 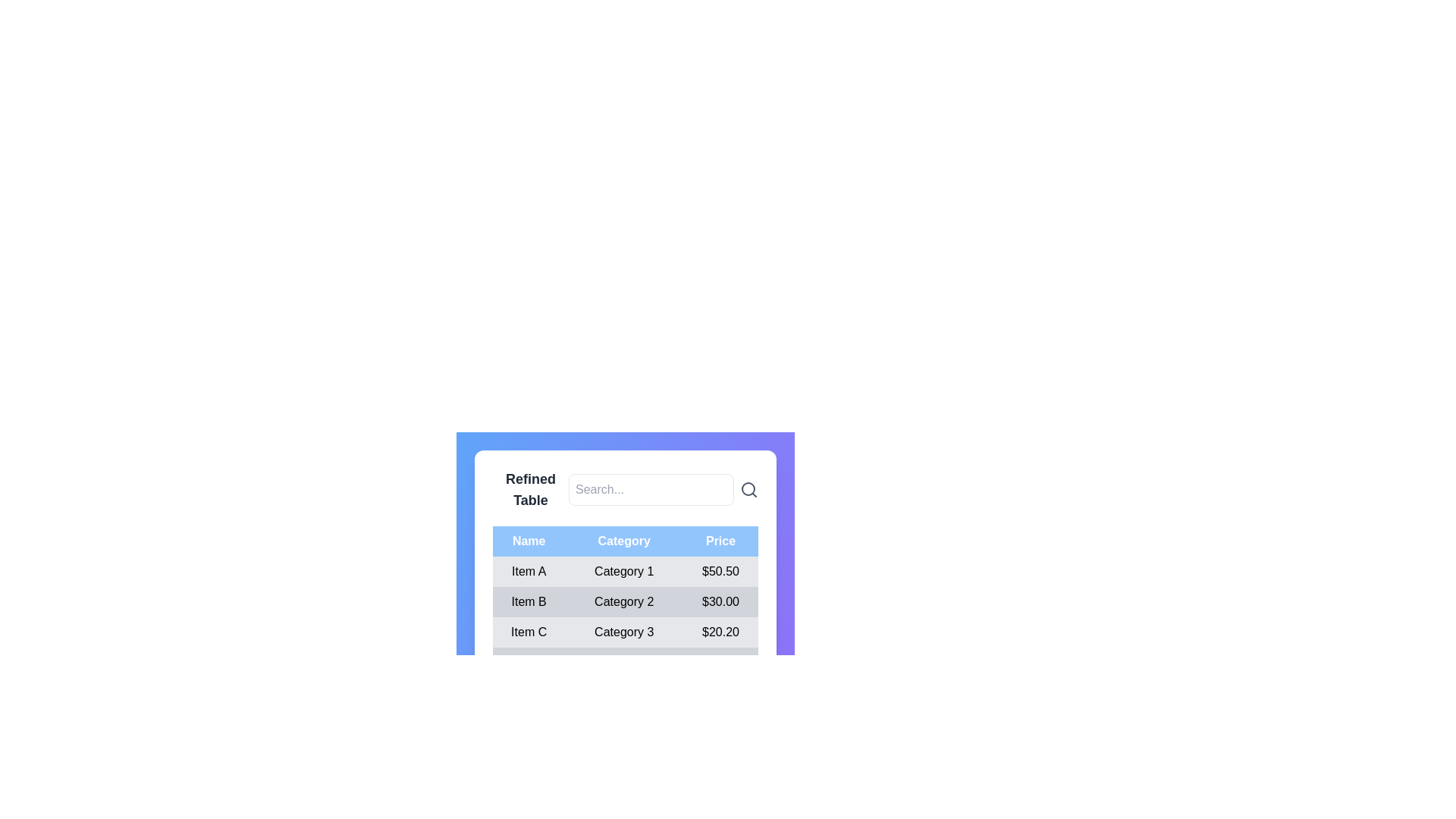 I want to click on the second row of the data table that contains 'Item B', 'Category 2', and '$30.00', so click(x=626, y=601).